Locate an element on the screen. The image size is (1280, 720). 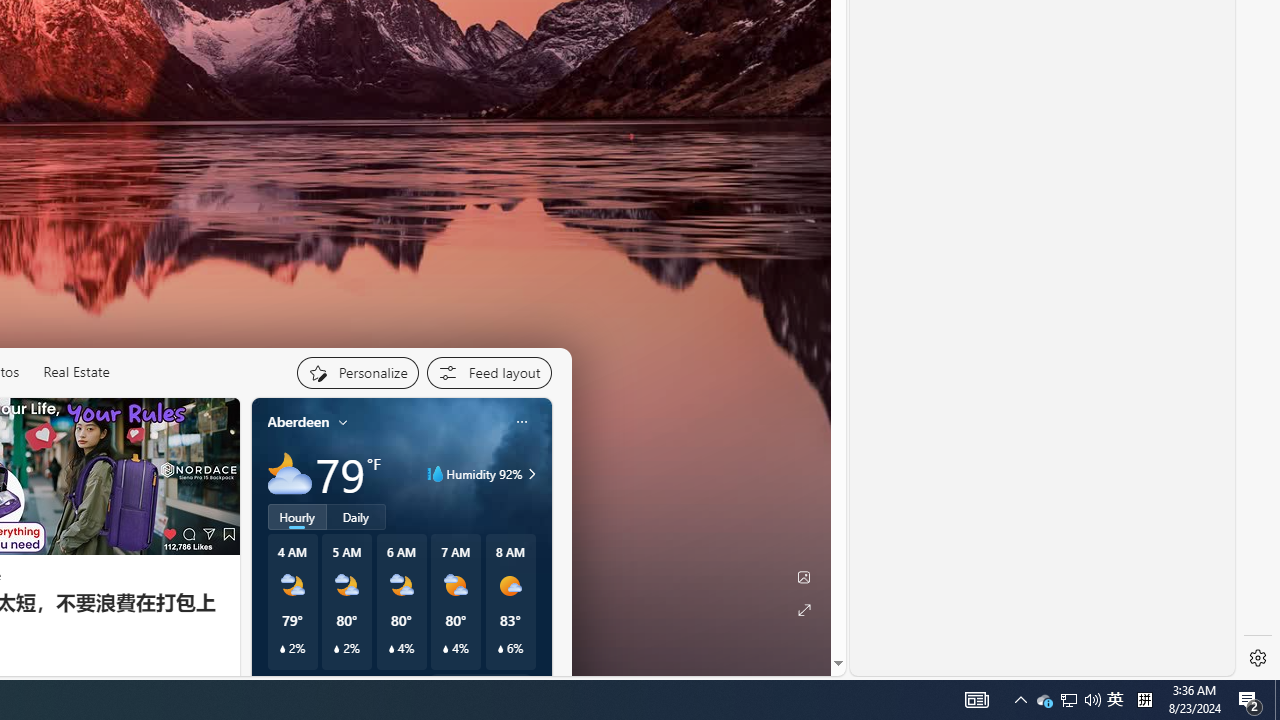
'Daily' is located at coordinates (356, 515).